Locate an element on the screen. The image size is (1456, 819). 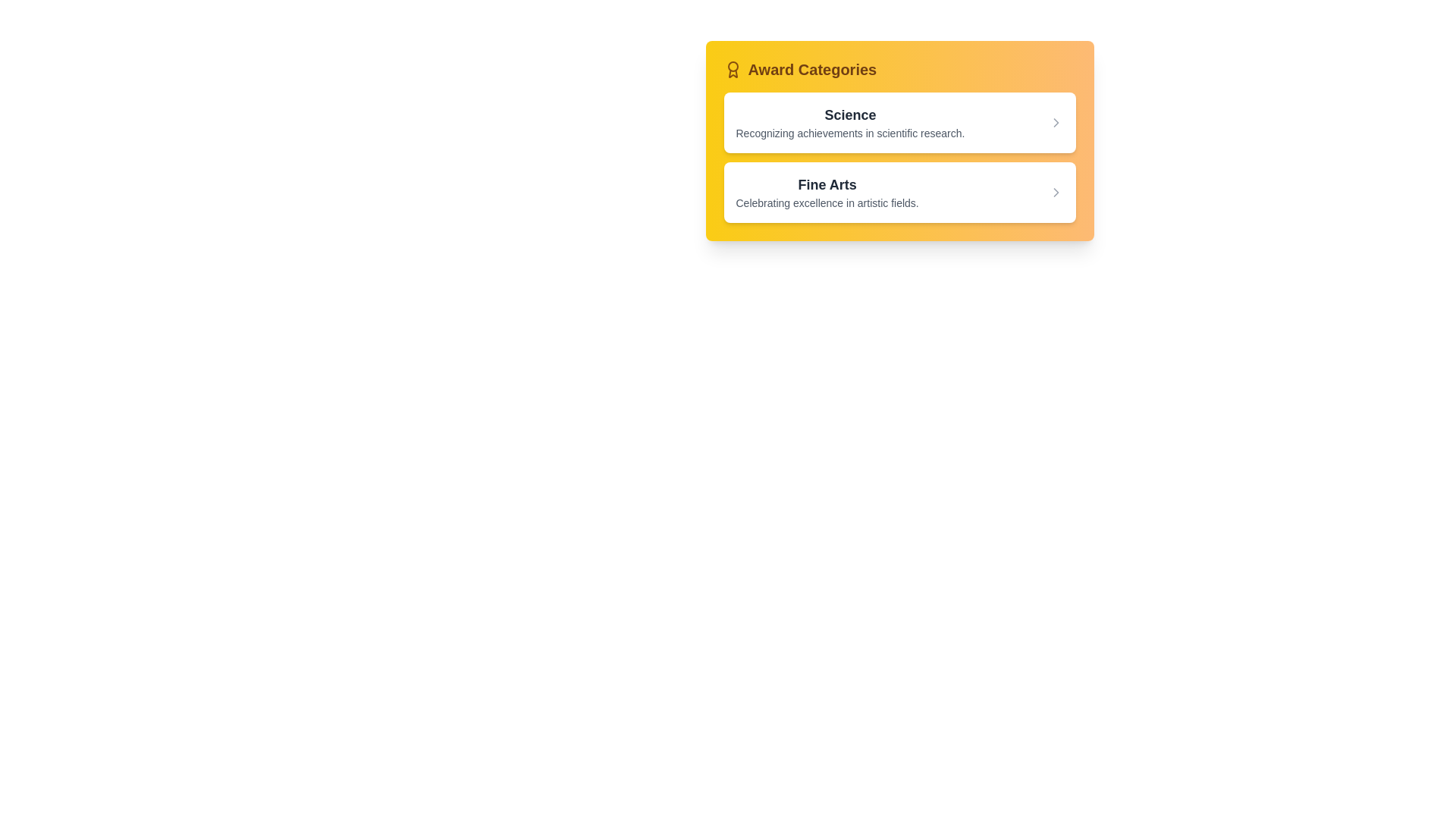
the descriptive subtitle for the 'Science' category within the interactive card-like structure is located at coordinates (850, 133).